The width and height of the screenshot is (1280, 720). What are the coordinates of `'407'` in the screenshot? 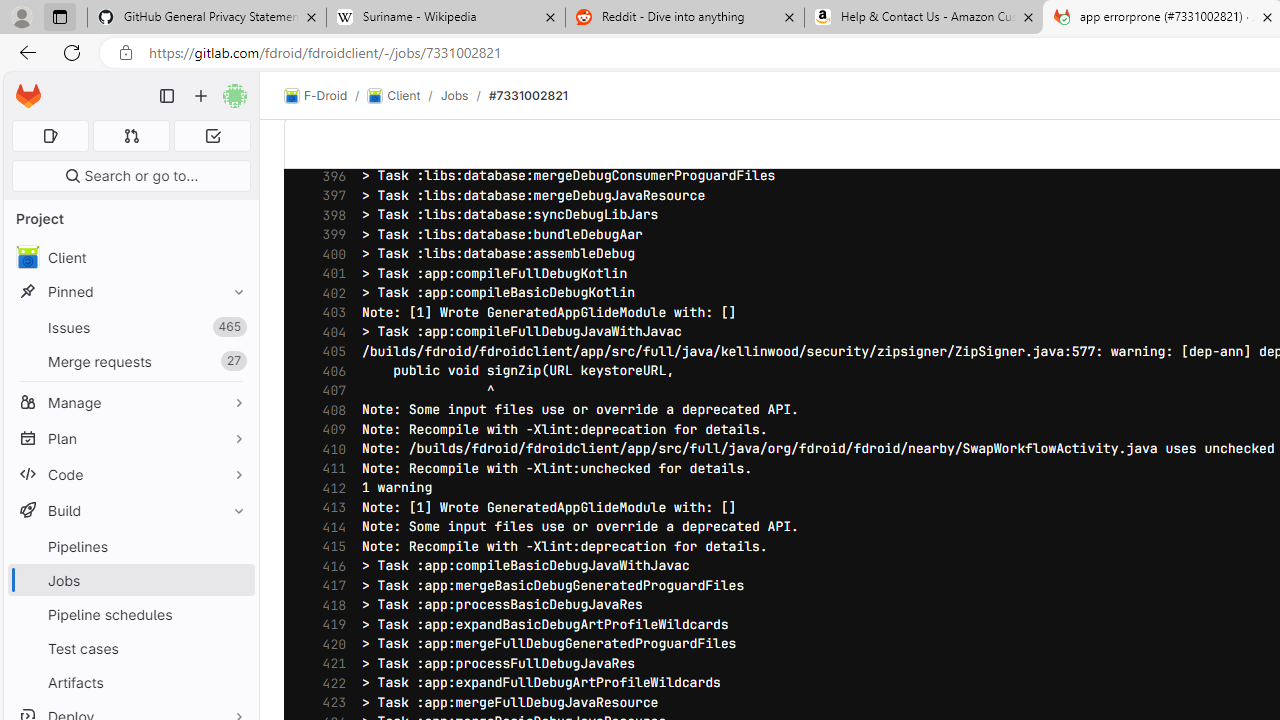 It's located at (329, 390).